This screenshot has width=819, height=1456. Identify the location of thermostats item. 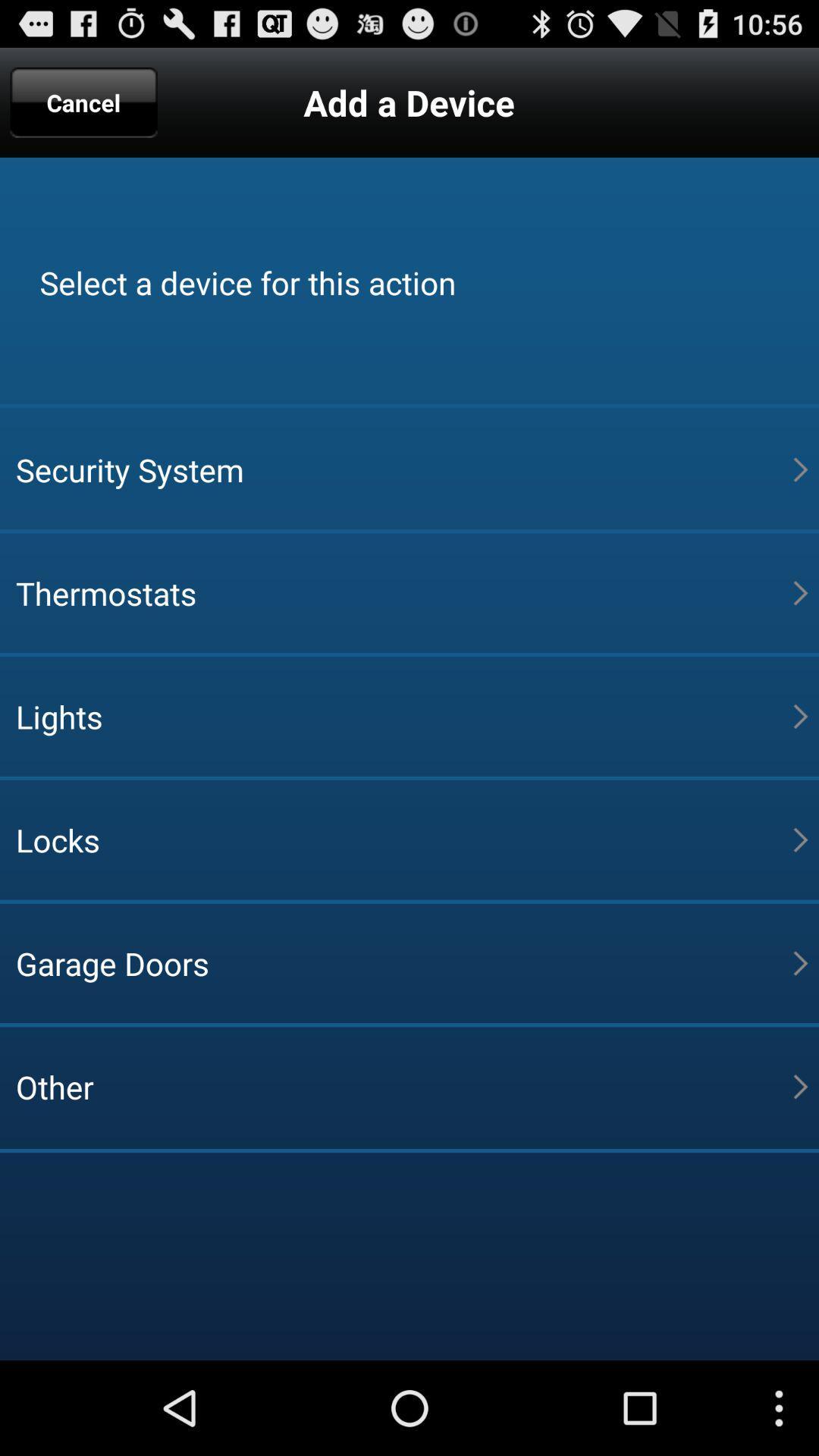
(403, 592).